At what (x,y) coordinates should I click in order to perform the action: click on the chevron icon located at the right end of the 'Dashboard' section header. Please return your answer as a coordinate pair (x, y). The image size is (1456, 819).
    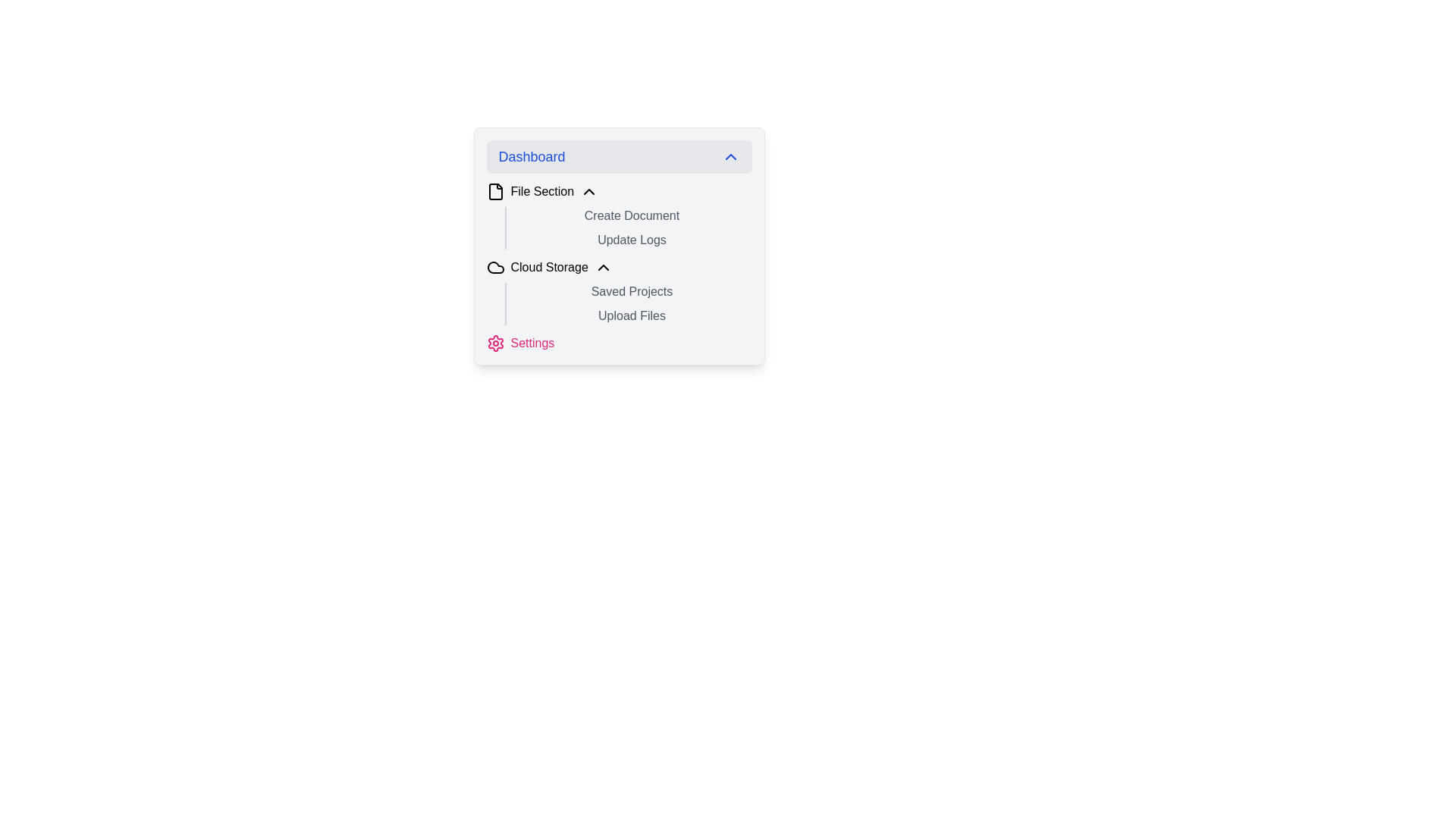
    Looking at the image, I should click on (730, 157).